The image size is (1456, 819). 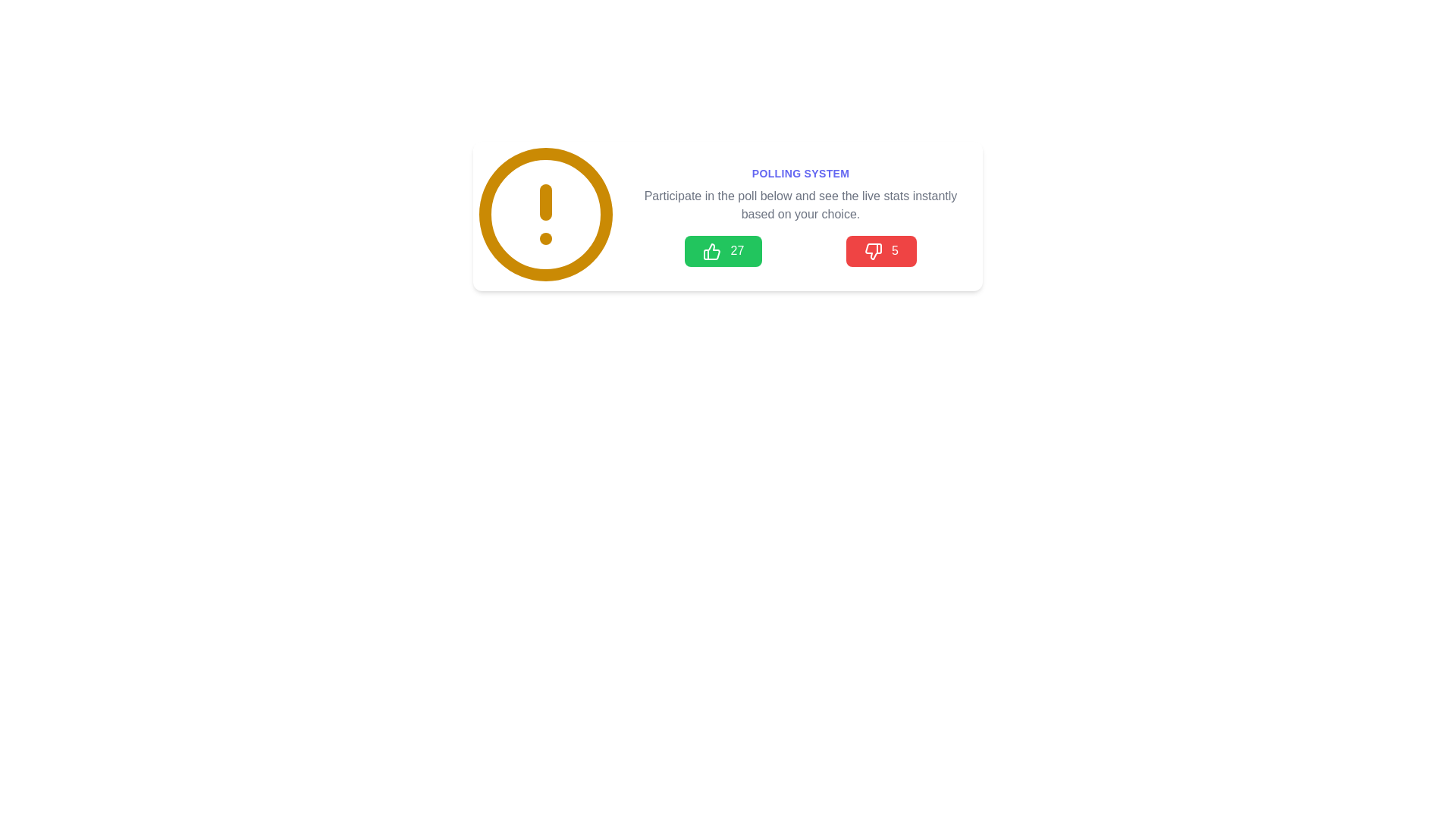 I want to click on the thumbs-up SVG icon with a green circular background located within a green button on the left side of the button group under the poll description, so click(x=711, y=250).